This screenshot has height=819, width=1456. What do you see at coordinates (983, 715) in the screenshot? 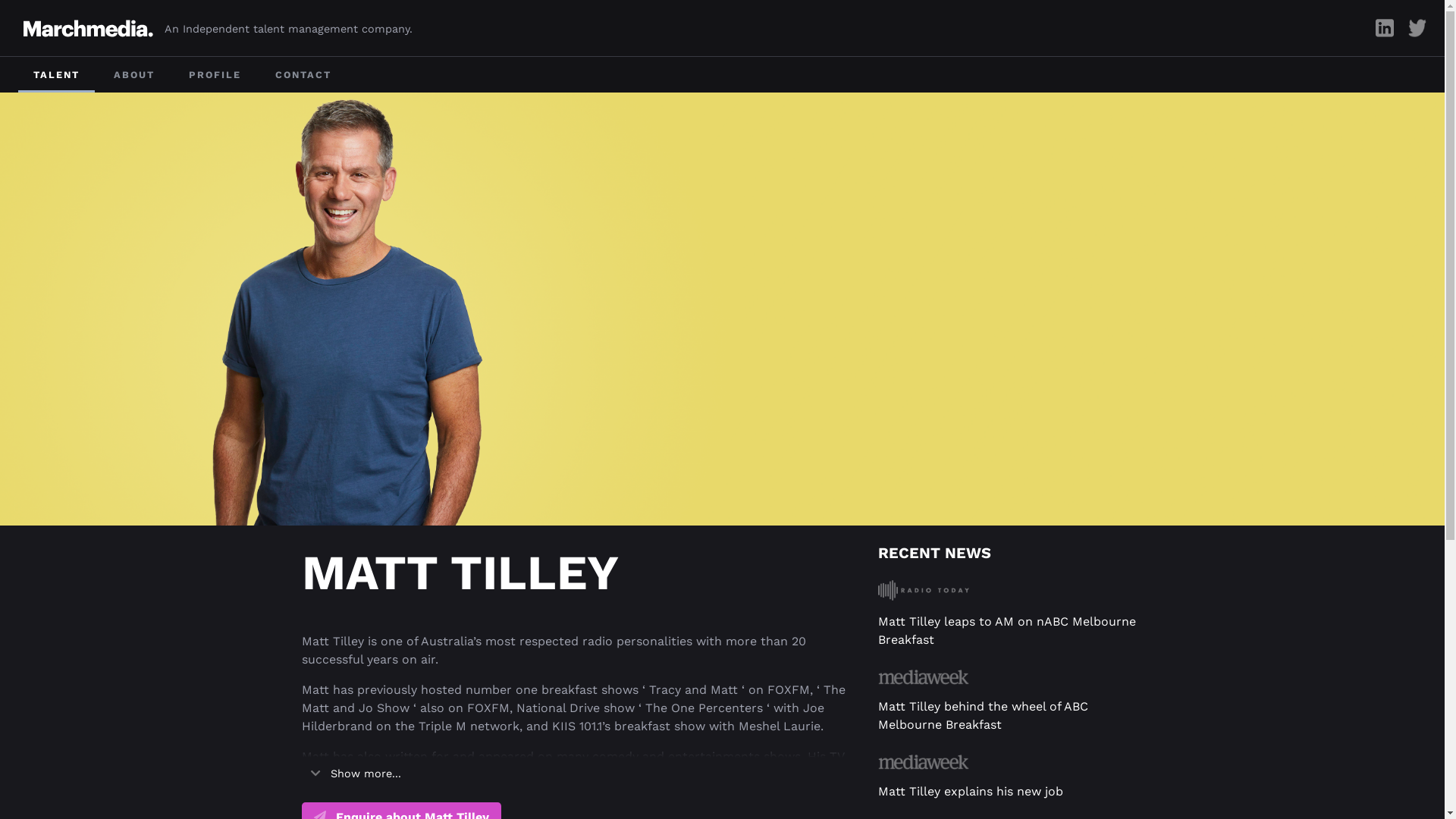
I see `'Matt Tilley behind the wheel of ABC Melbourne Breakfast'` at bounding box center [983, 715].